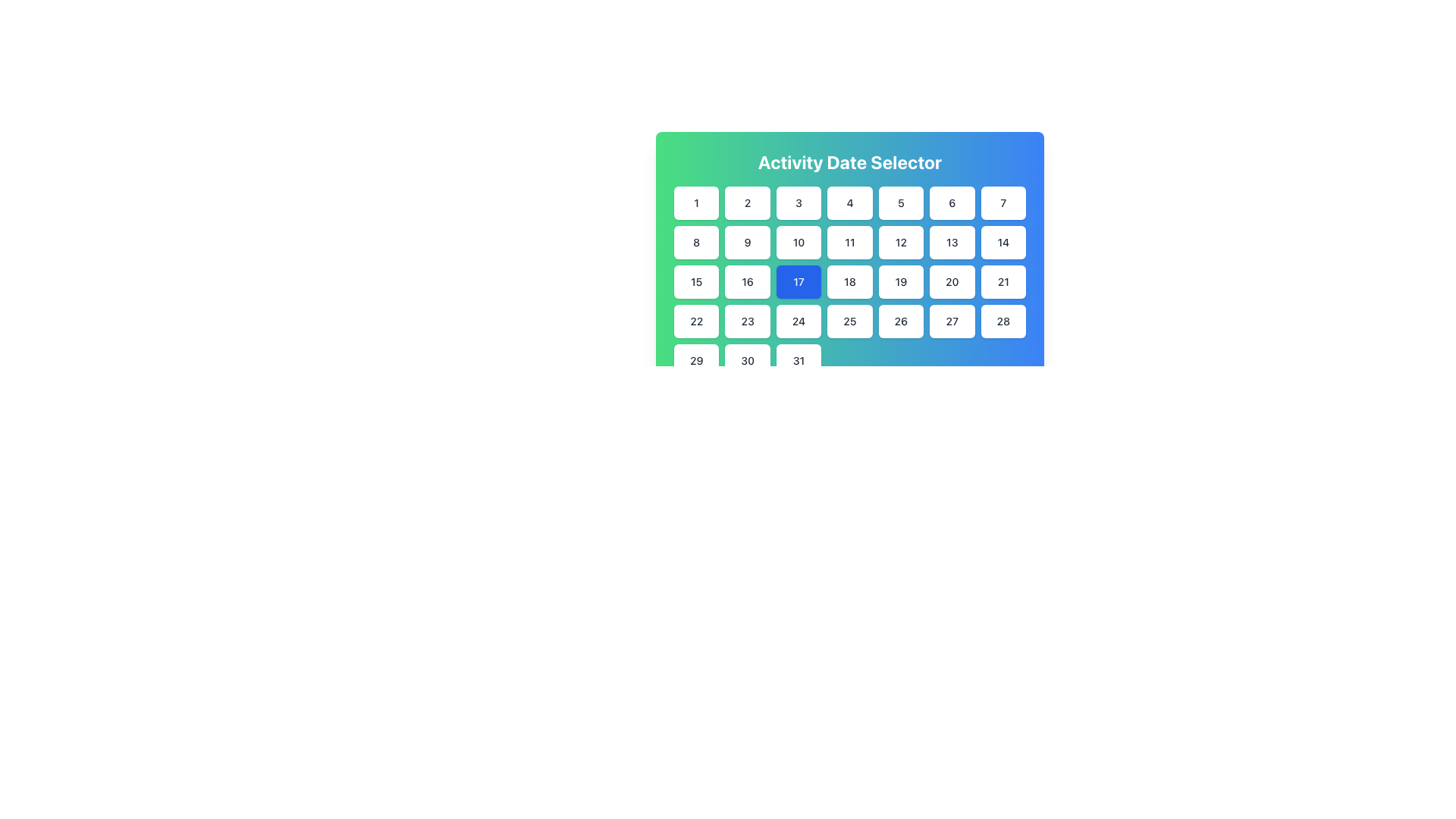 Image resolution: width=1456 pixels, height=819 pixels. What do you see at coordinates (849, 281) in the screenshot?
I see `the square button displaying the number '18' in a date selector` at bounding box center [849, 281].